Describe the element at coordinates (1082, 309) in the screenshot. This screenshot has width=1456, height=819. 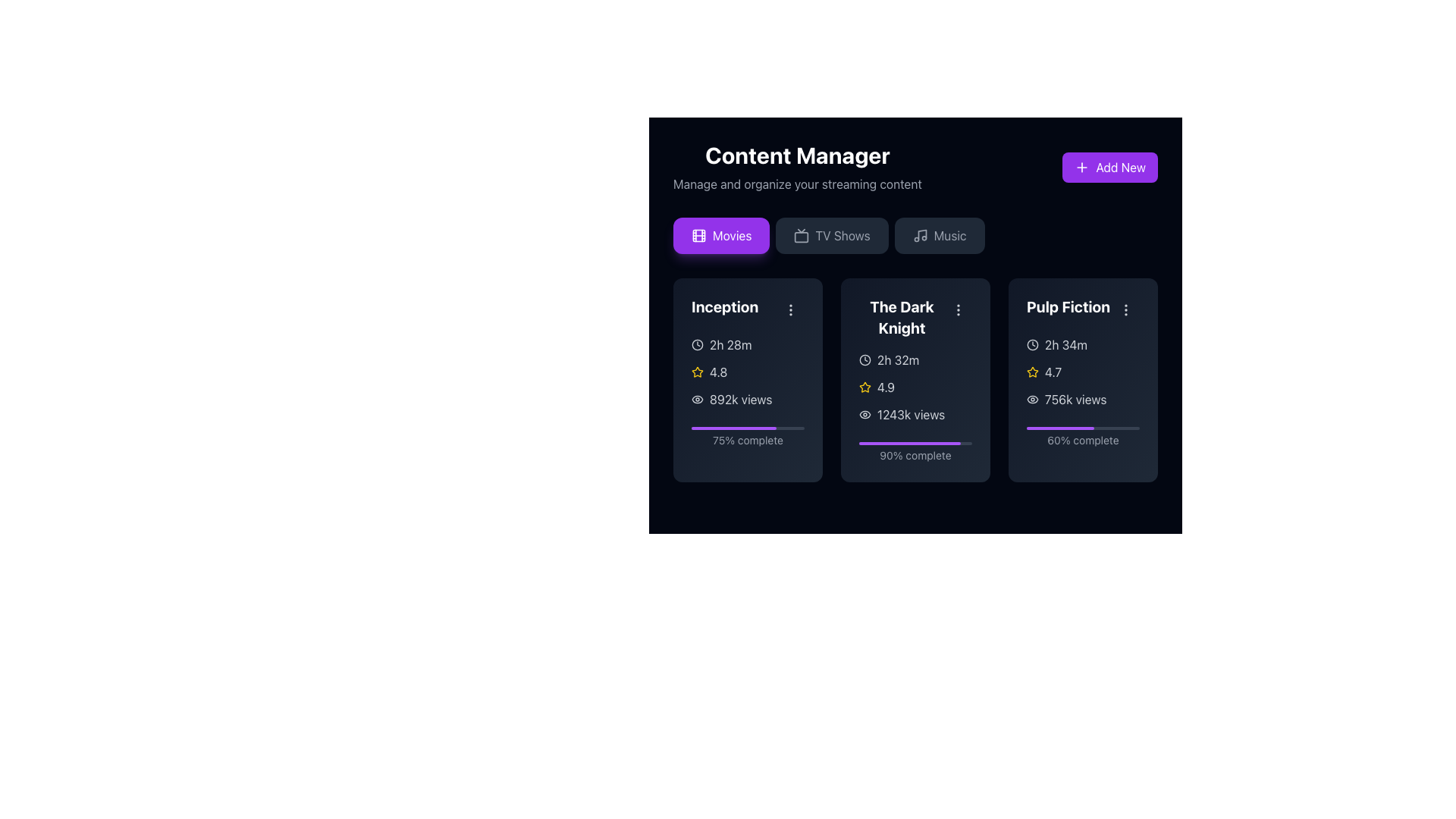
I see `the title text label 'Pulp Fiction' styled in bold white font at the top of the card layout, positioned at the top-right among the grid of content cards` at that location.